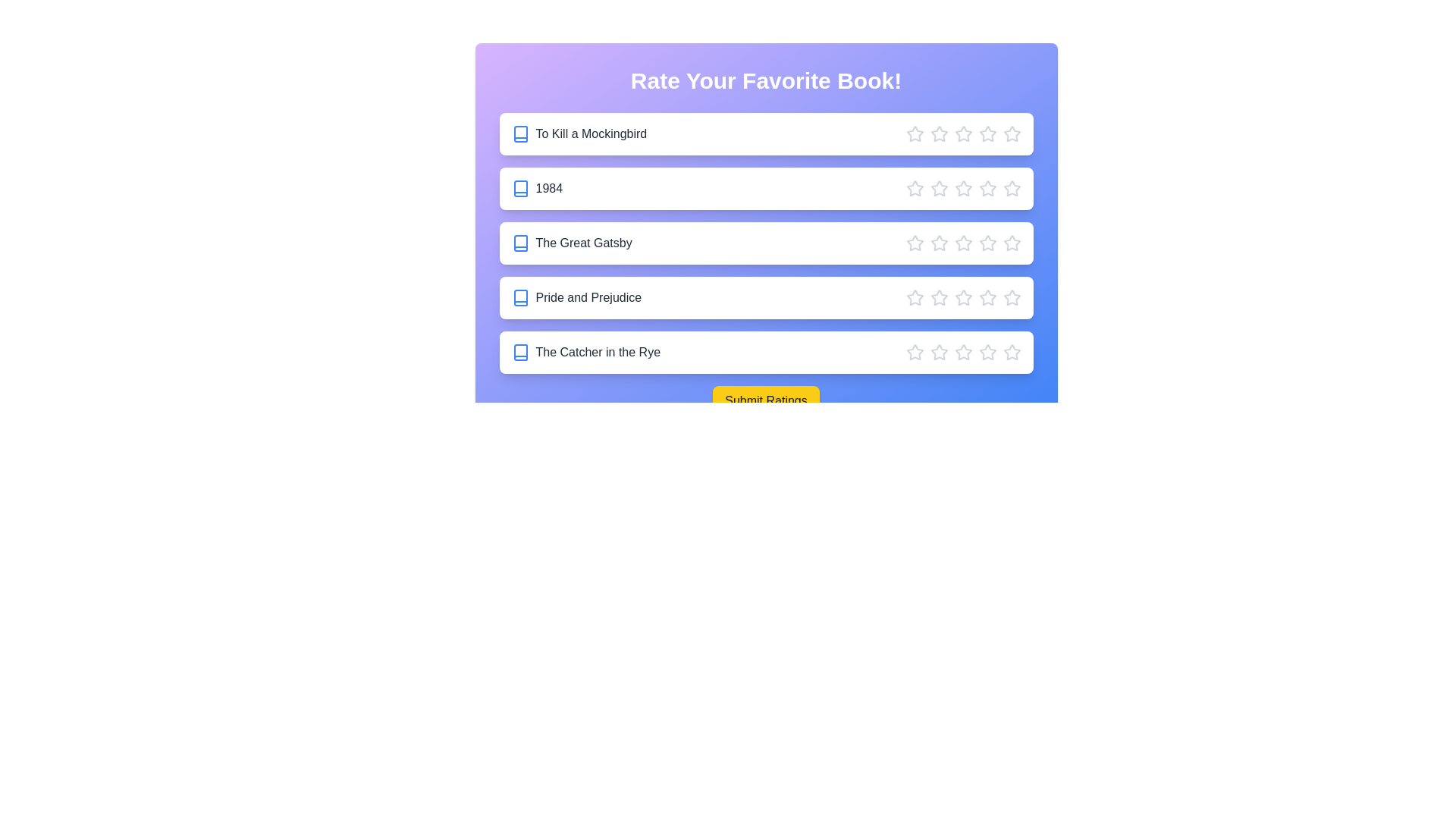  What do you see at coordinates (962, 188) in the screenshot?
I see `the star corresponding to 3 stars for the book 1984` at bounding box center [962, 188].